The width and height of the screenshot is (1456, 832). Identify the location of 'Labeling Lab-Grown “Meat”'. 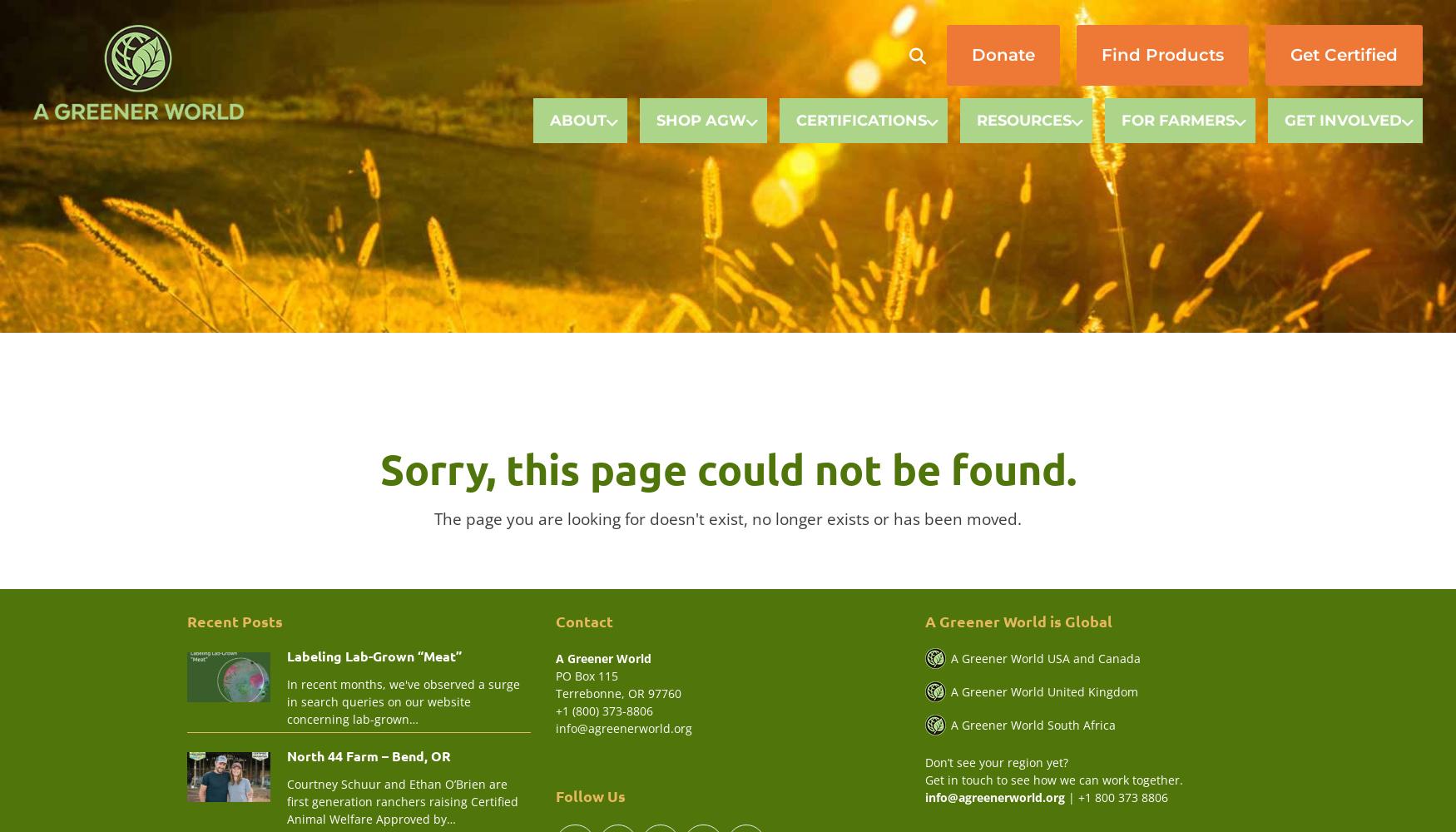
(374, 655).